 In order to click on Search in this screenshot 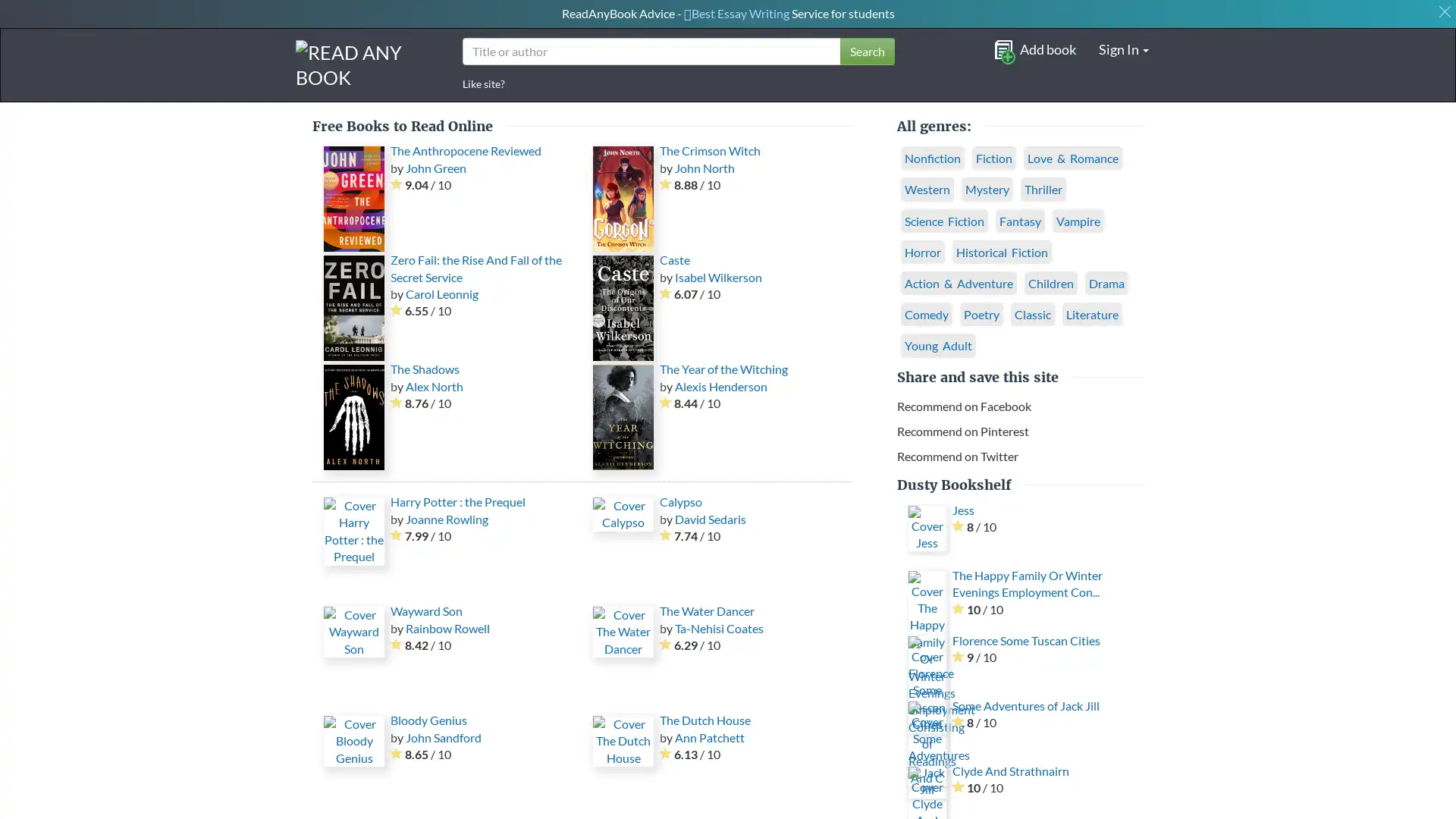, I will do `click(867, 49)`.